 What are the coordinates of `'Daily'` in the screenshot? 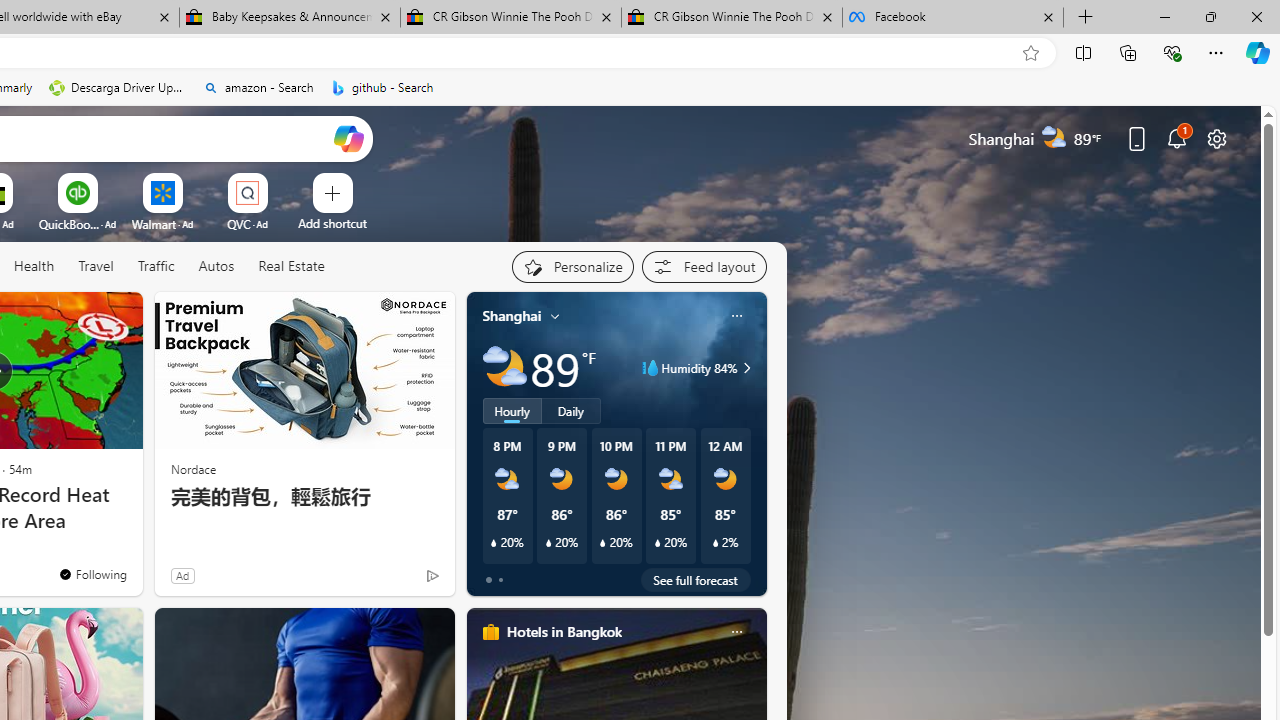 It's located at (570, 410).